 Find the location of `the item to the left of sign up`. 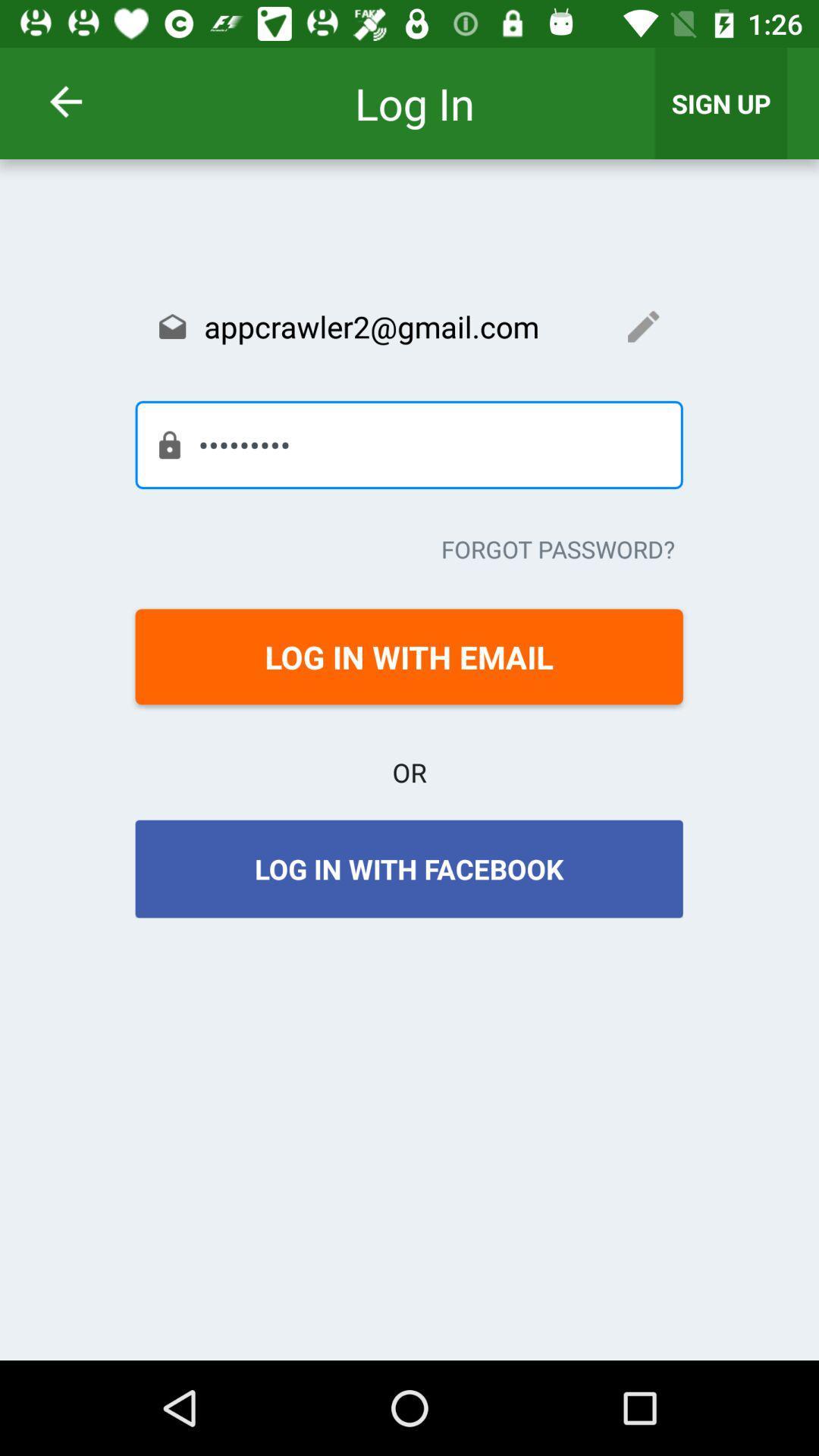

the item to the left of sign up is located at coordinates (86, 101).